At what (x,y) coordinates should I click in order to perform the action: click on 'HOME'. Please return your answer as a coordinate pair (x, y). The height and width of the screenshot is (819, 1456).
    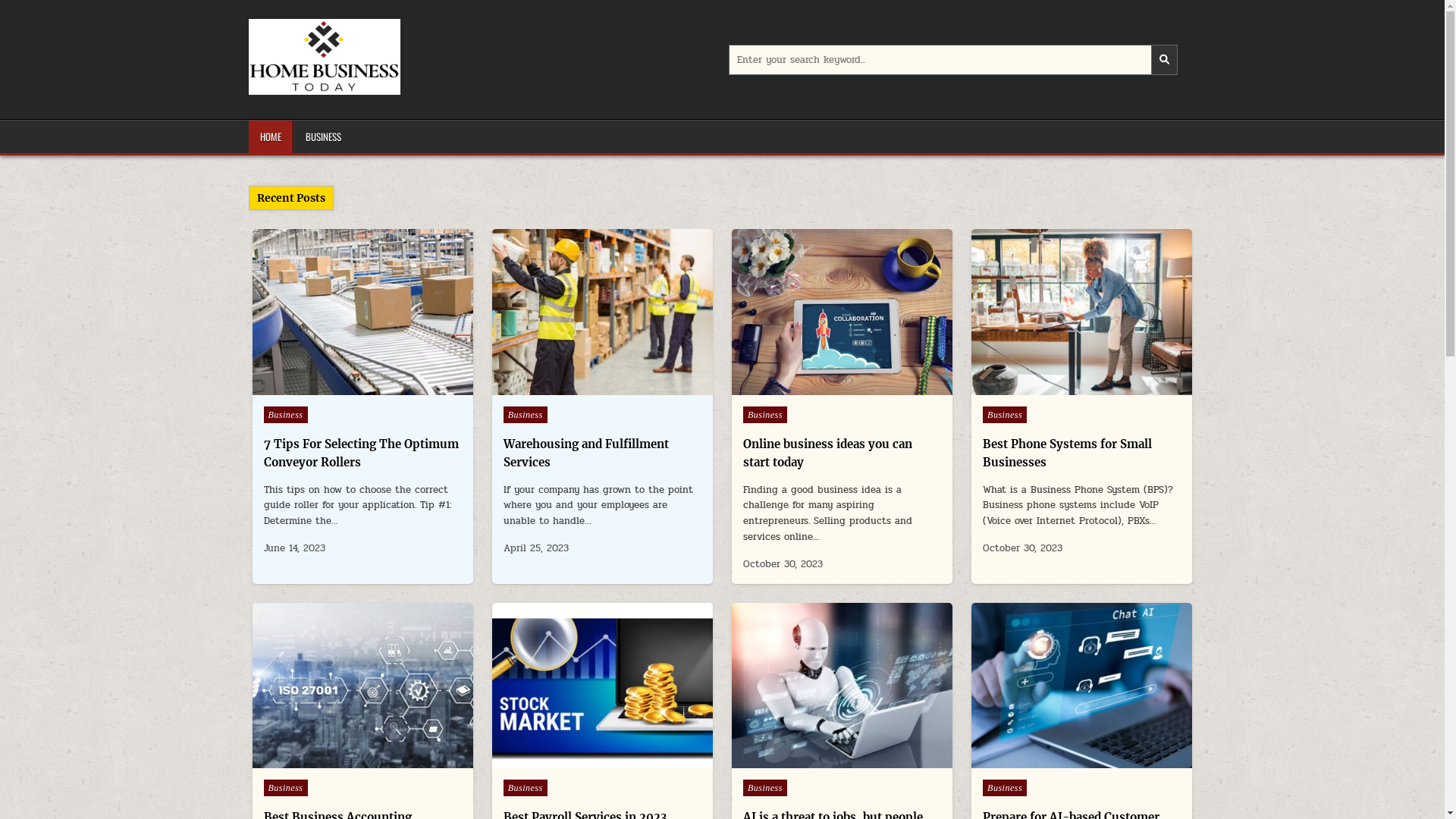
    Looking at the image, I should click on (271, 136).